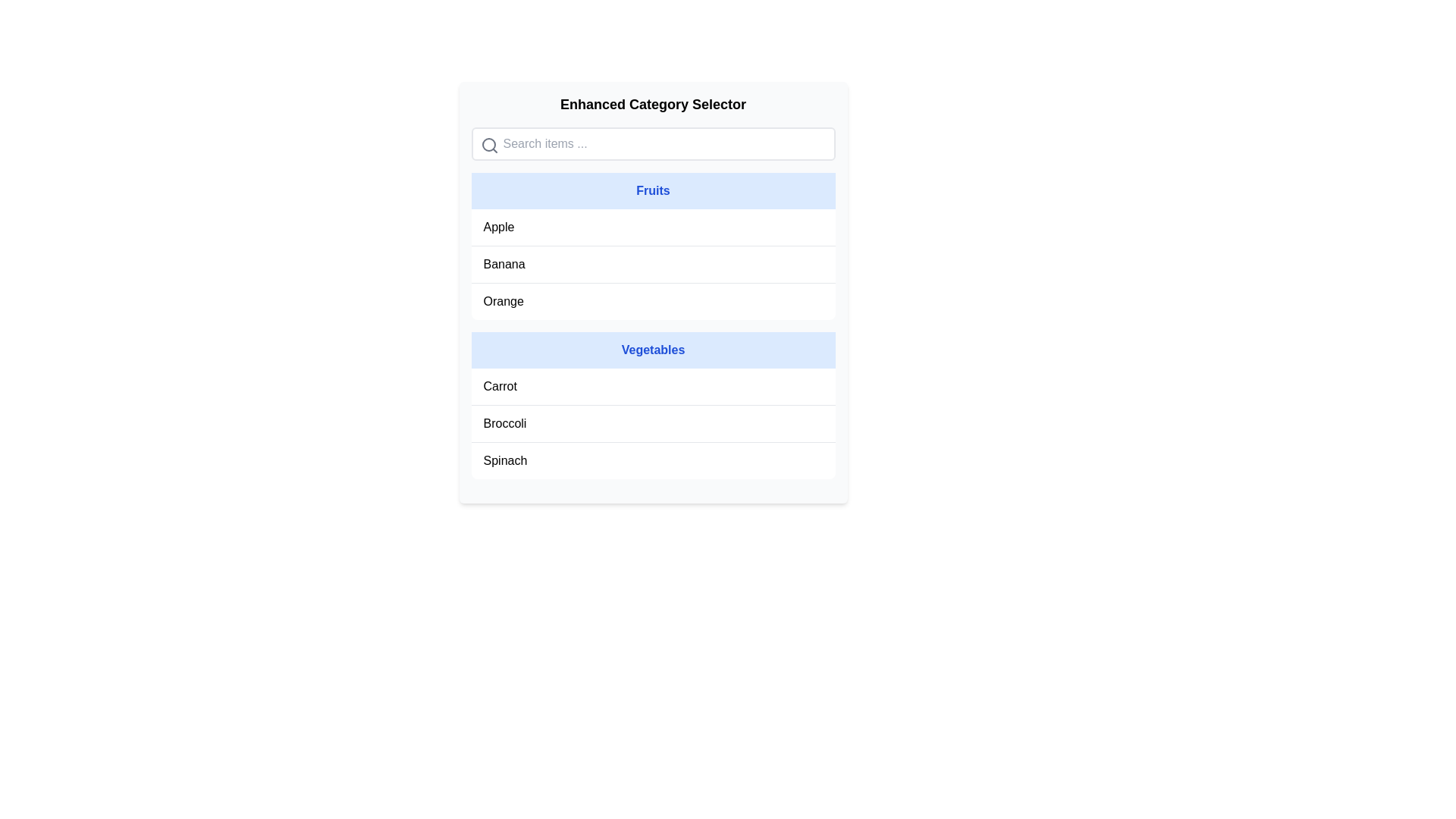  Describe the element at coordinates (653, 227) in the screenshot. I see `the first list item labeled 'Apple'` at that location.